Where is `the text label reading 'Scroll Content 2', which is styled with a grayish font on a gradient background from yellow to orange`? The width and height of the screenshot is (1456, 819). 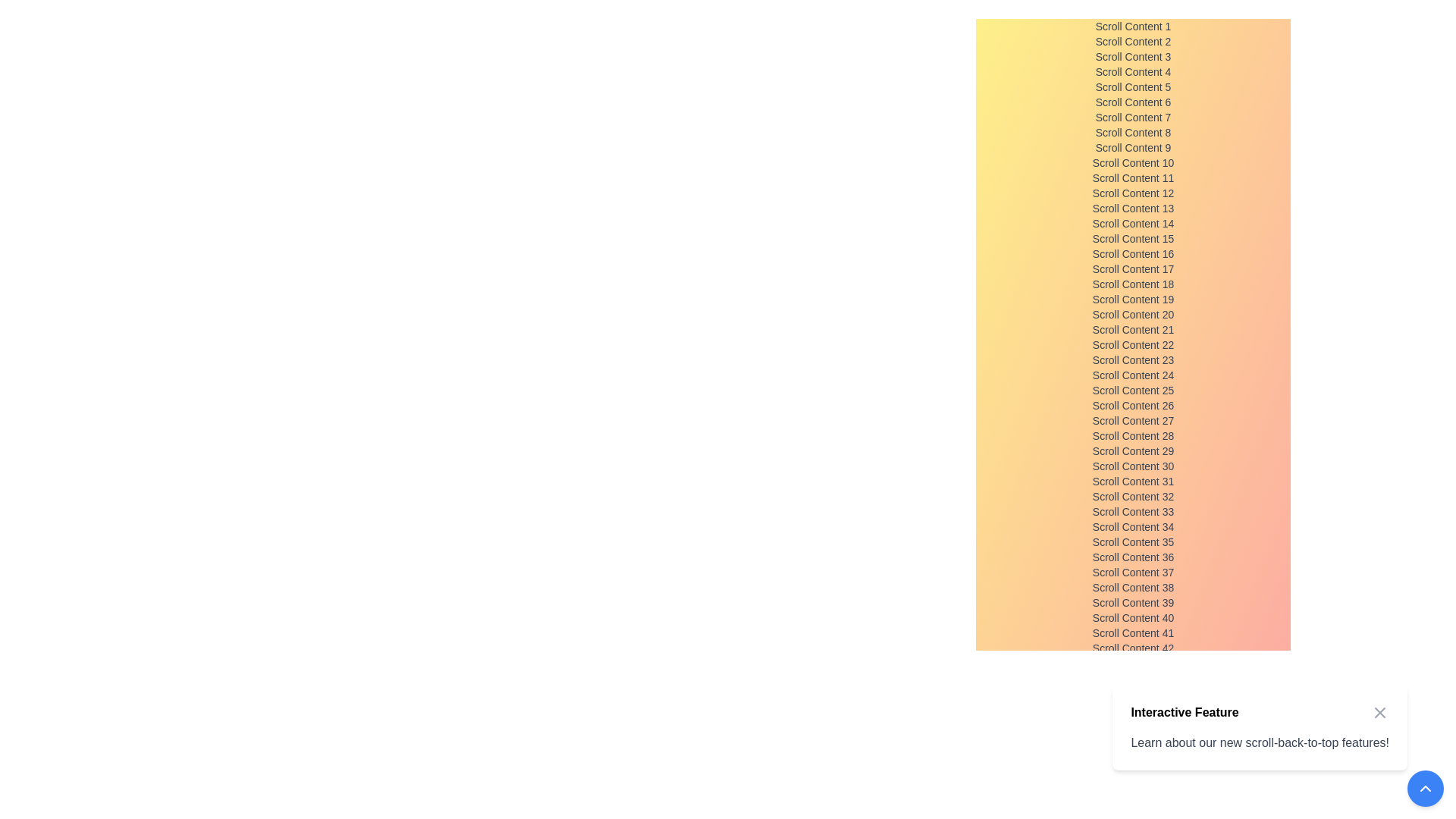 the text label reading 'Scroll Content 2', which is styled with a grayish font on a gradient background from yellow to orange is located at coordinates (1133, 40).